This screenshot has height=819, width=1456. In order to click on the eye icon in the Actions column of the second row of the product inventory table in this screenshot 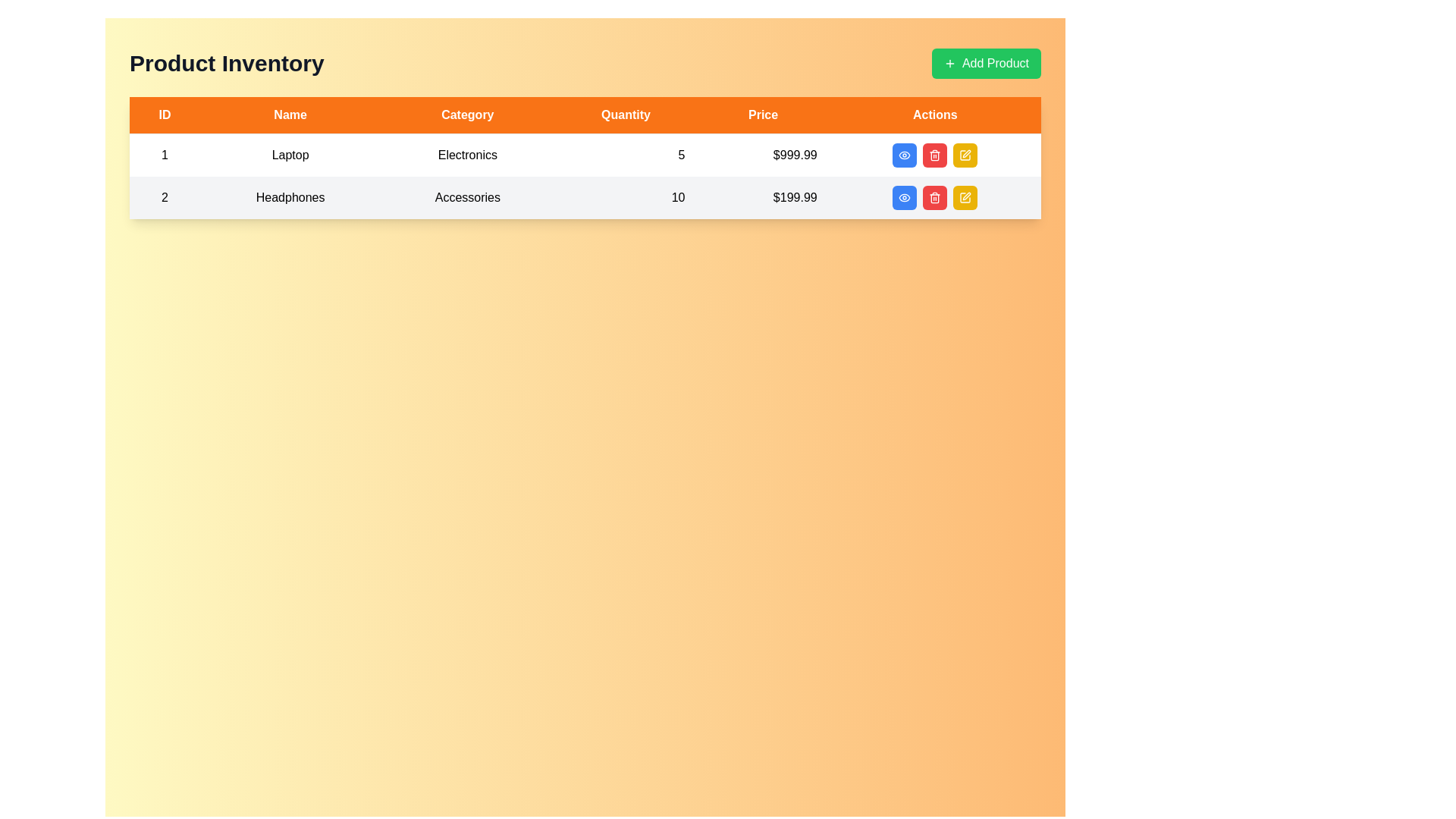, I will do `click(905, 197)`.